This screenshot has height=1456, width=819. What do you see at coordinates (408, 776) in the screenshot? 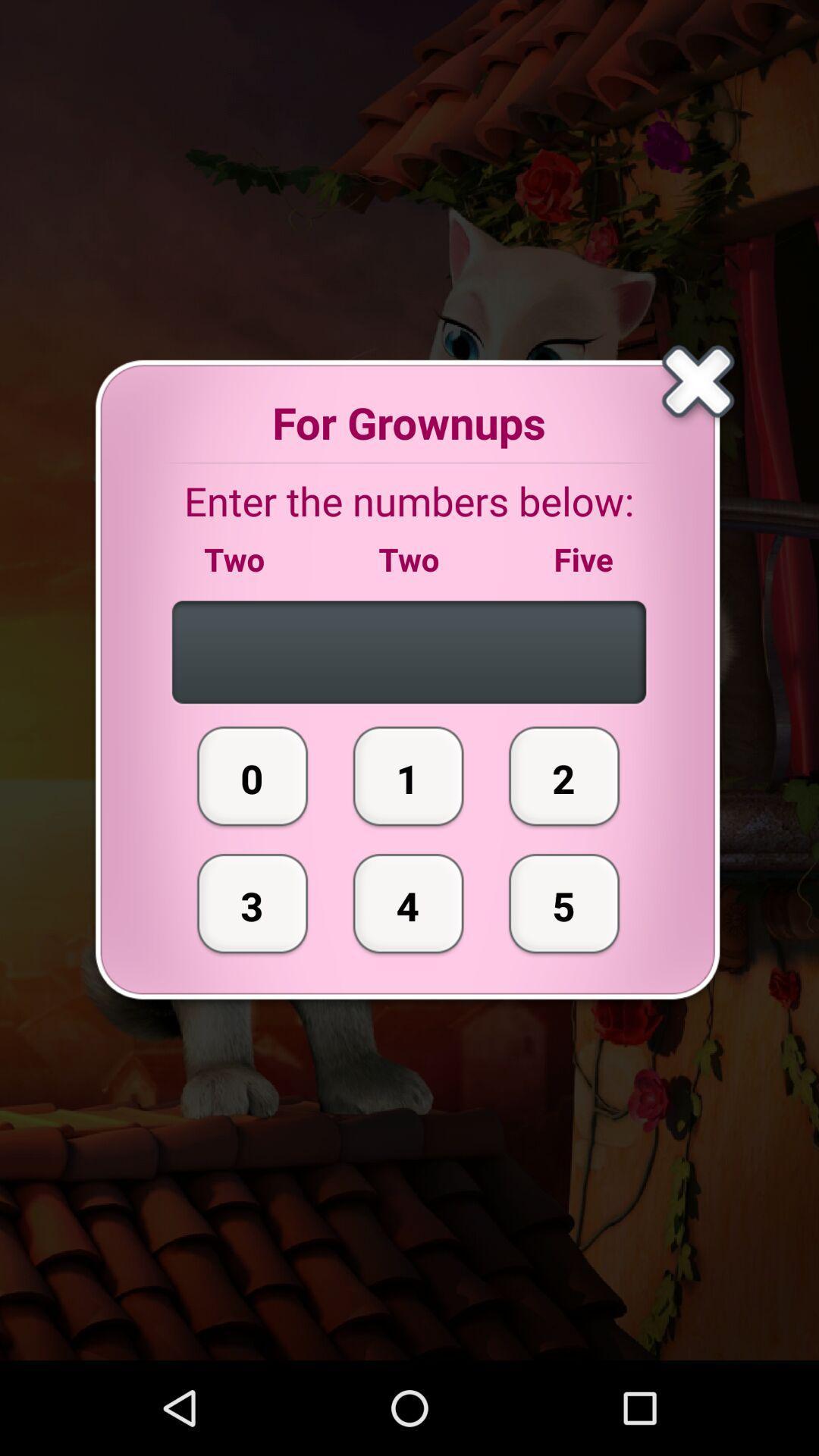
I see `icon above 4` at bounding box center [408, 776].